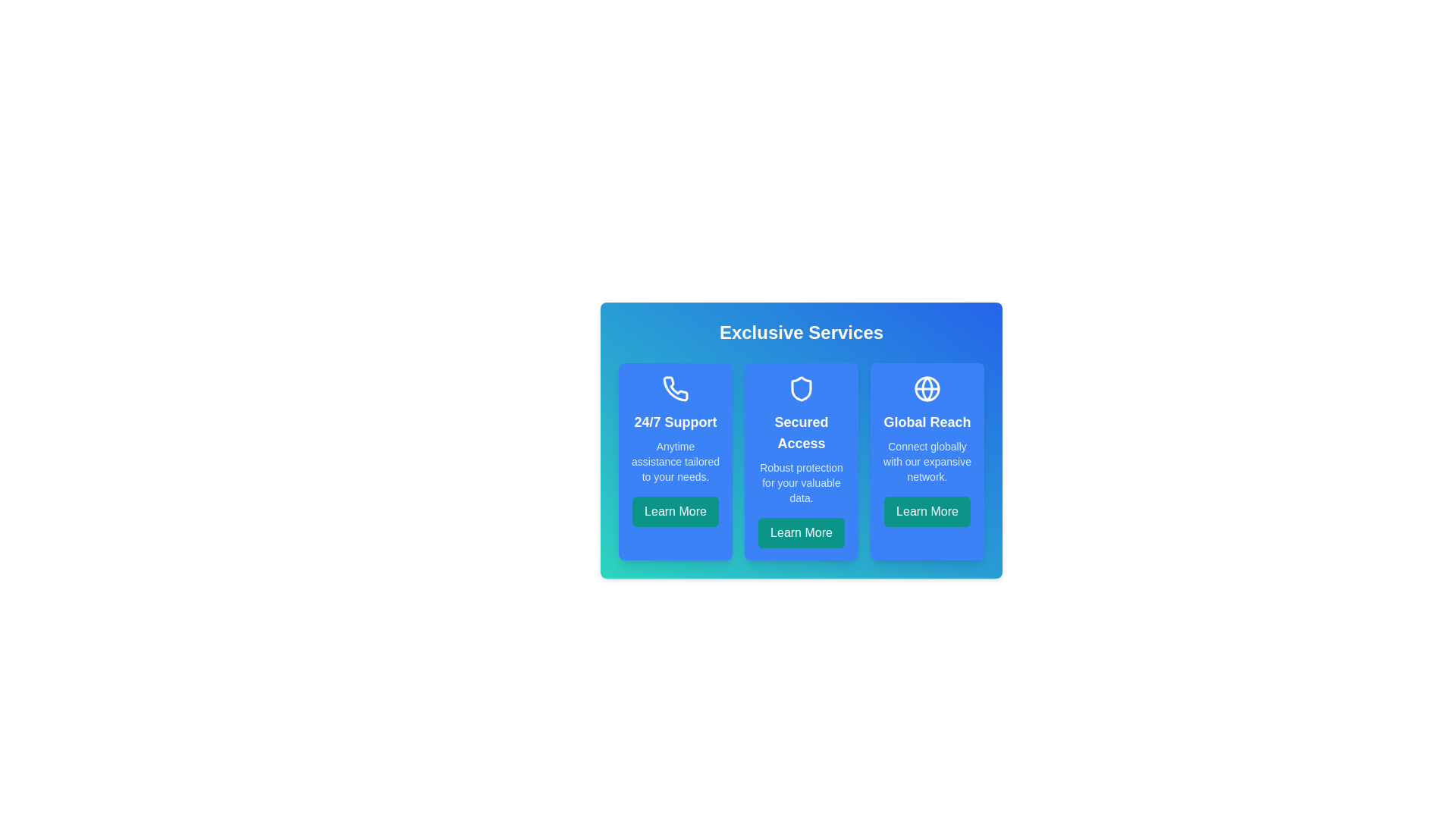 This screenshot has width=1456, height=819. Describe the element at coordinates (927, 512) in the screenshot. I see `the 'Learn More' button for the Global Reach feature` at that location.